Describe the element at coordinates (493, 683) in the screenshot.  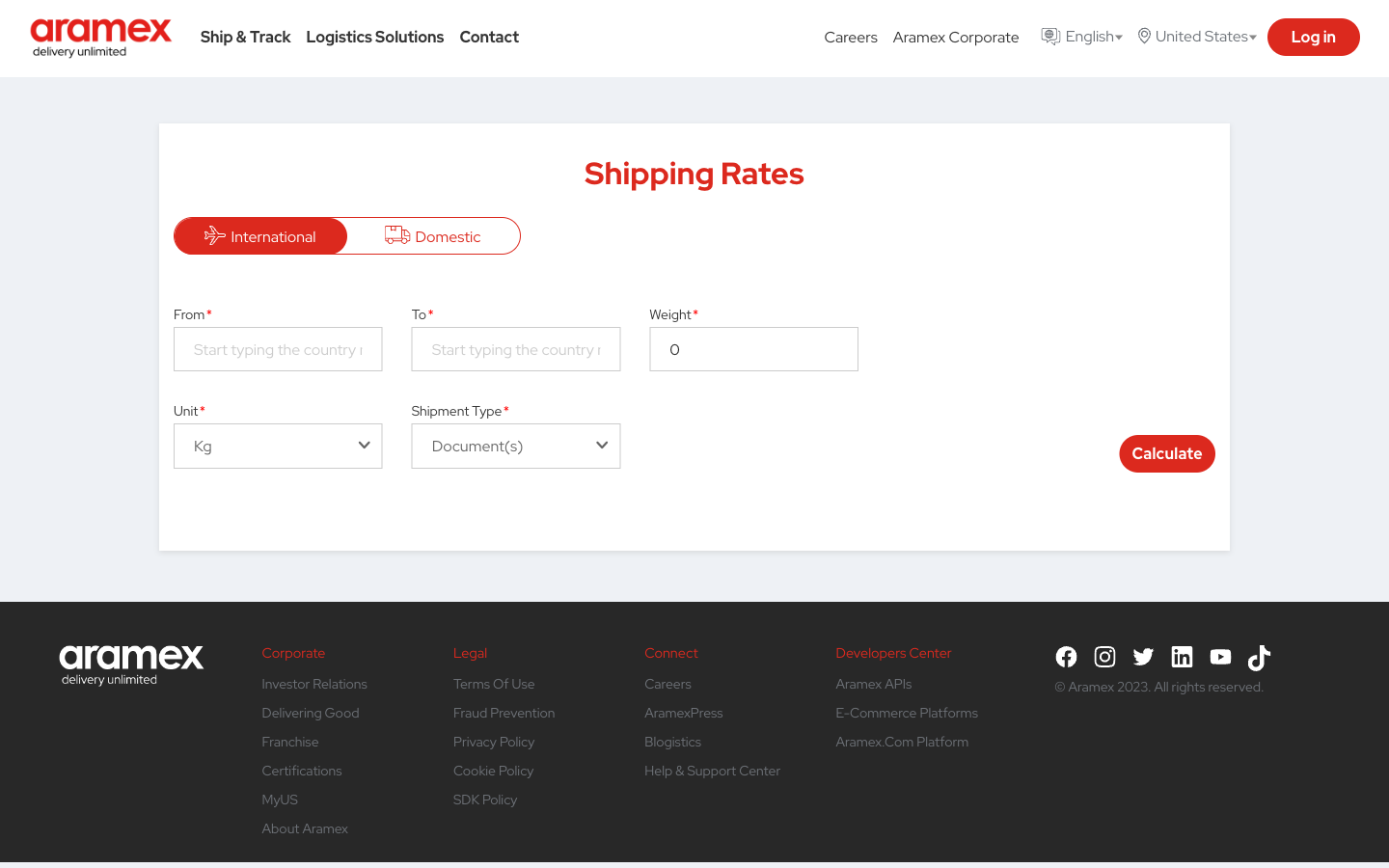
I see `a click on the terms of use tab found beneath the screen within the guidelines subsection` at that location.